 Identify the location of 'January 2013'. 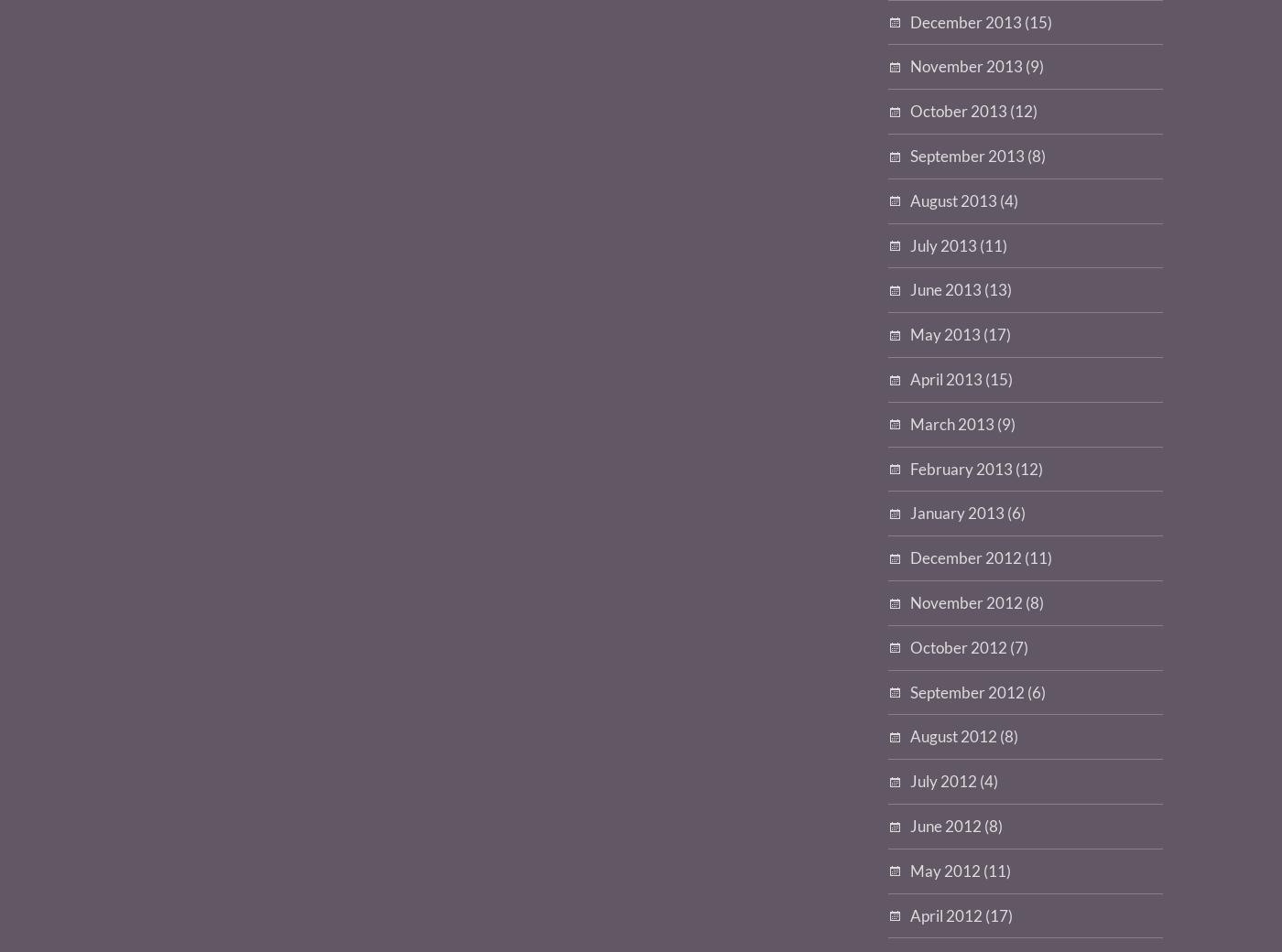
(910, 512).